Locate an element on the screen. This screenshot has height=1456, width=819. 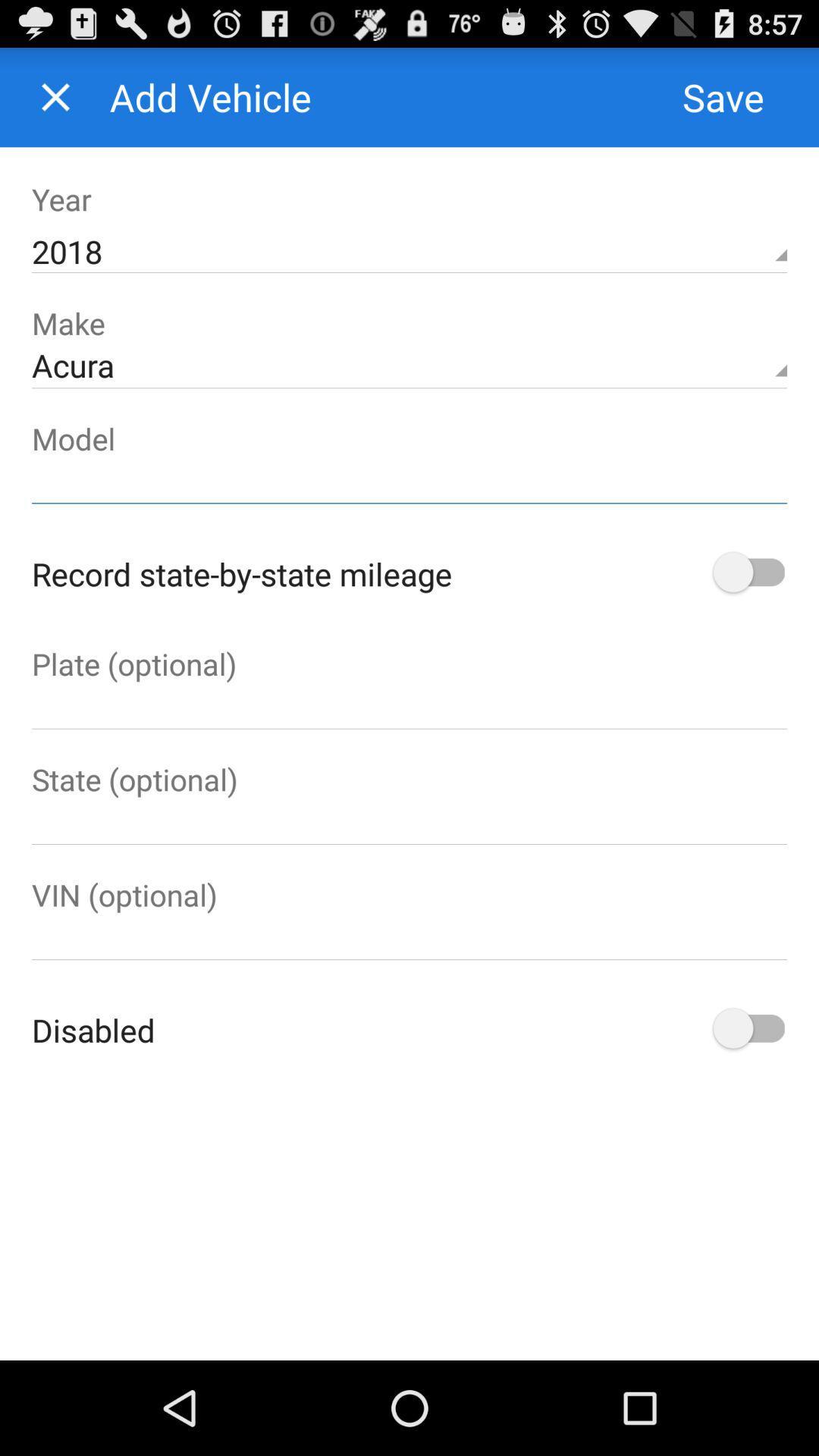
disabled option is located at coordinates (746, 1030).